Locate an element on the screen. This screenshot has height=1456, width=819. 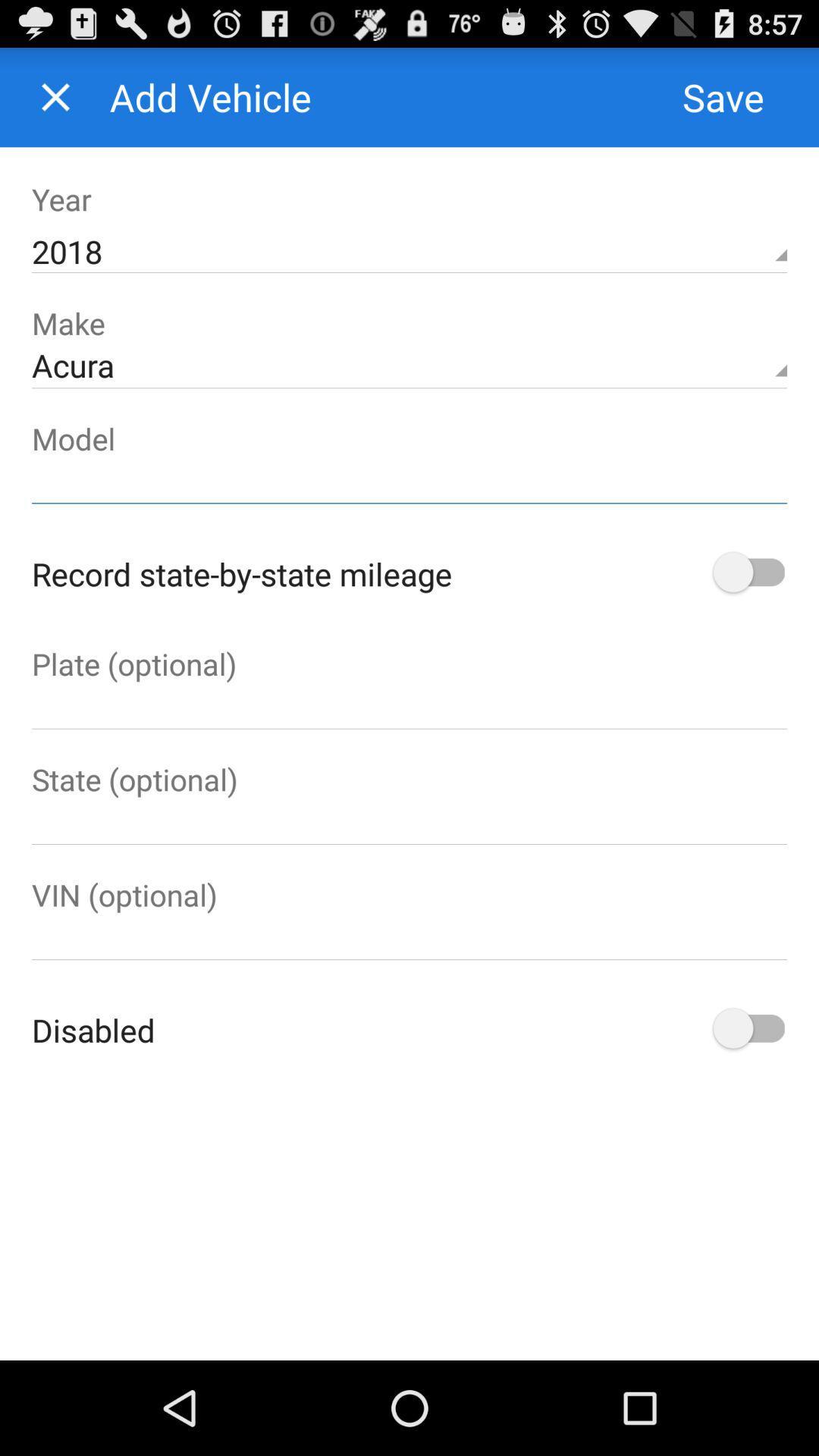
disabled option is located at coordinates (746, 1030).